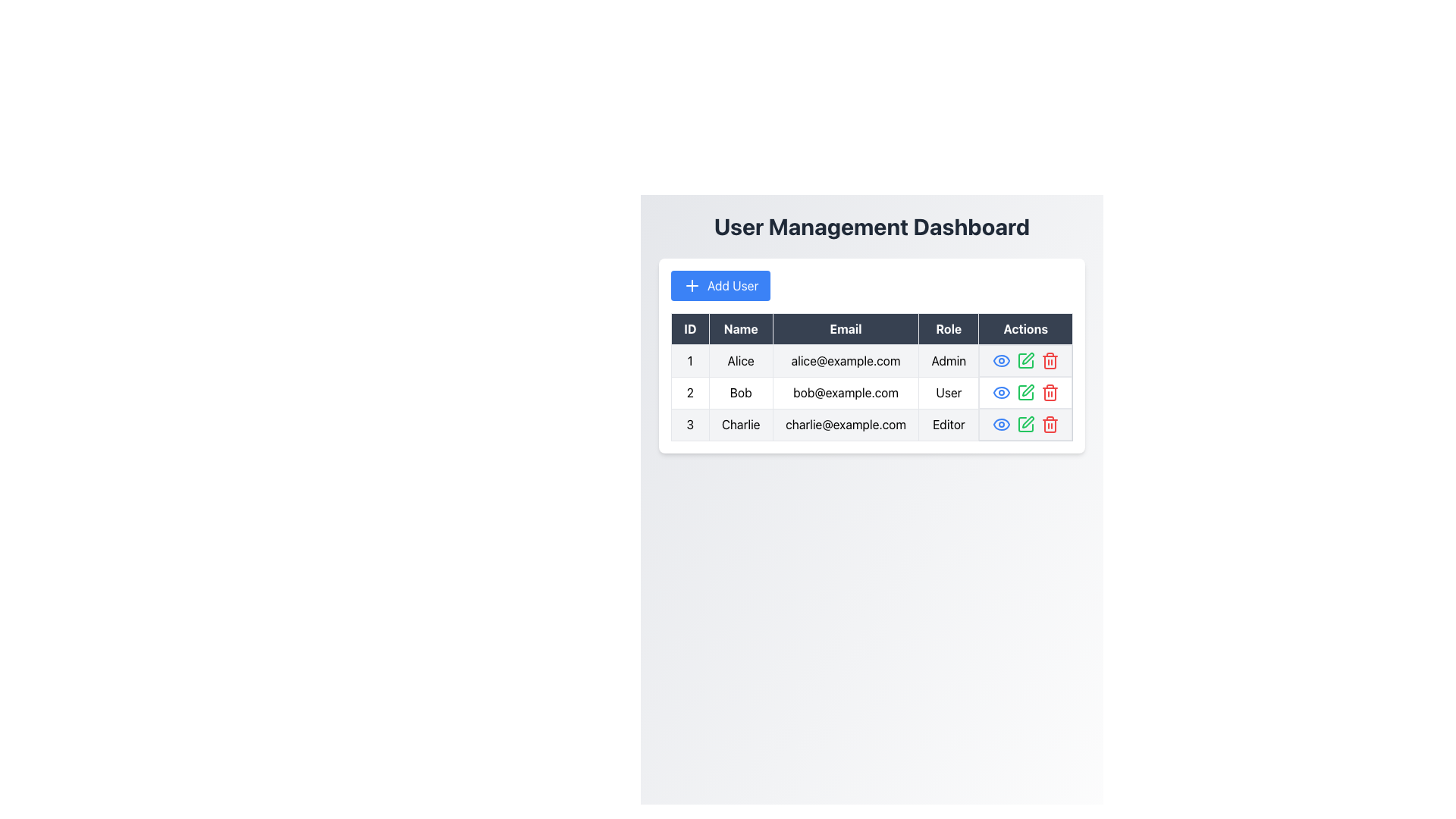 The height and width of the screenshot is (819, 1456). What do you see at coordinates (691, 286) in the screenshot?
I see `the button containing the '+' icon, which is located to the left of the 'Add User' text in the top section of the interface` at bounding box center [691, 286].